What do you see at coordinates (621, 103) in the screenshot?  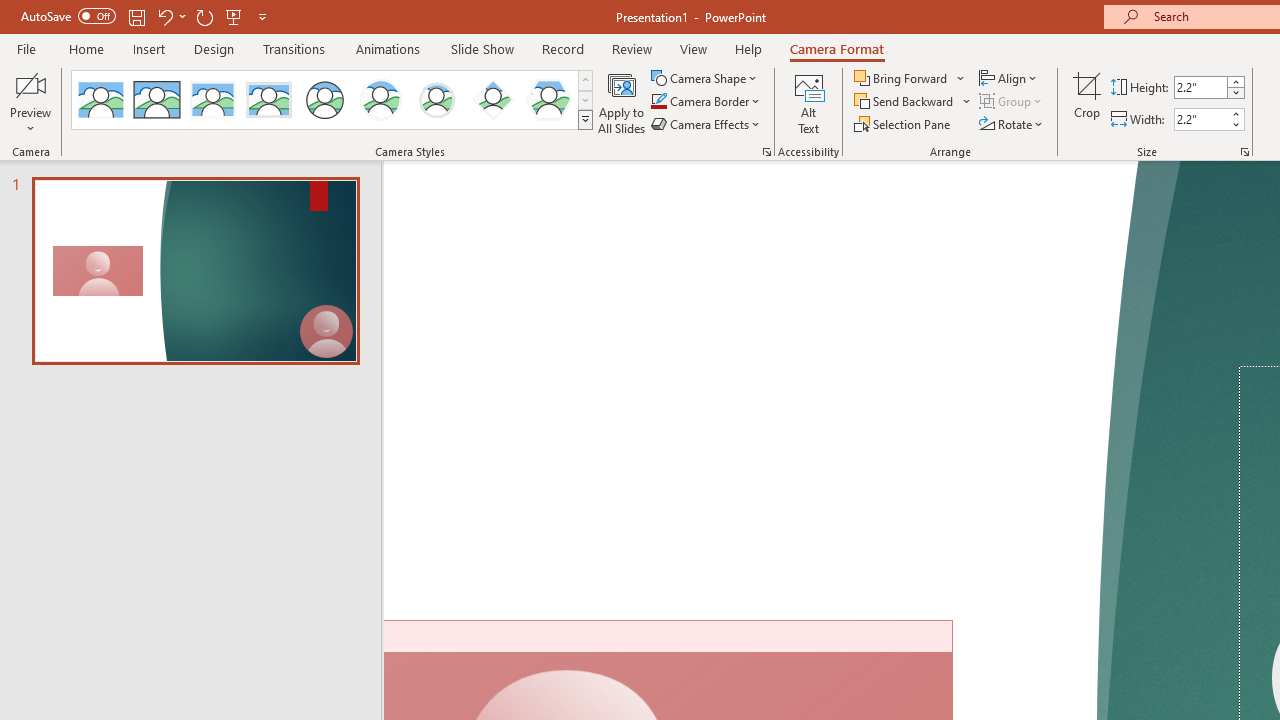 I see `'Apply to All Slides'` at bounding box center [621, 103].